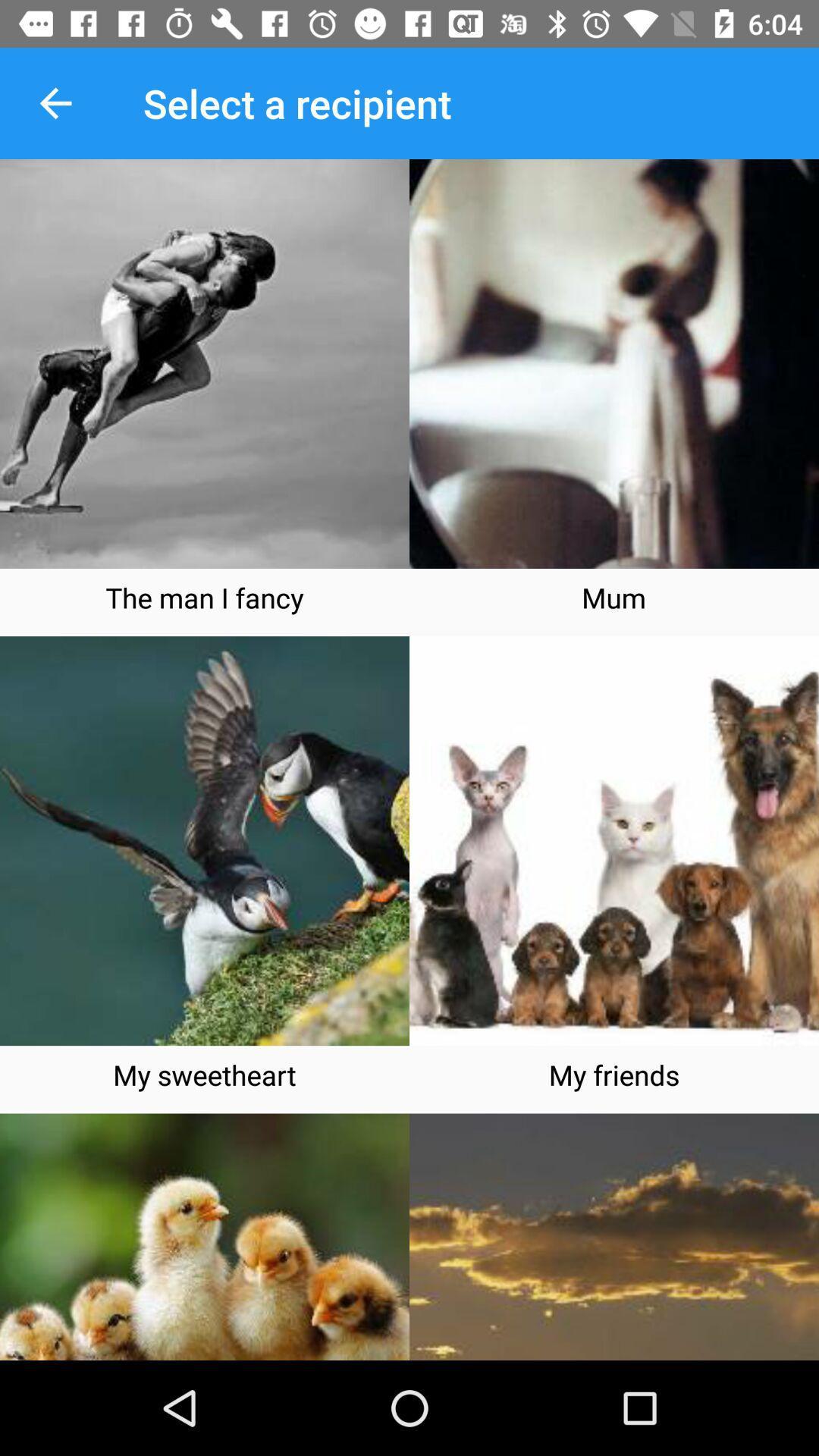 The width and height of the screenshot is (819, 1456). What do you see at coordinates (55, 102) in the screenshot?
I see `the item to the left of select a recipient item` at bounding box center [55, 102].